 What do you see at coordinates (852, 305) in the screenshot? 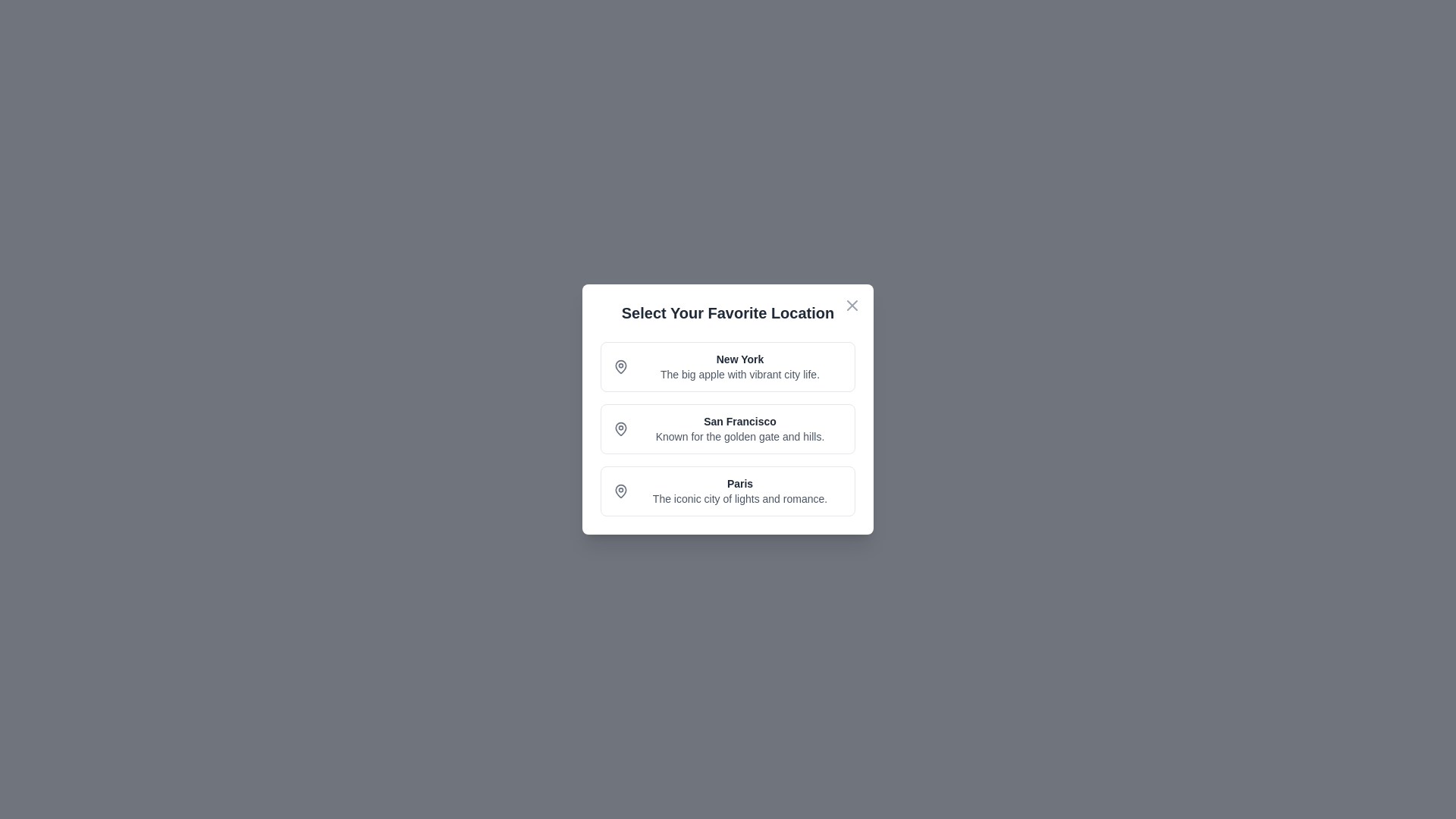
I see `the close button located at the top-right corner of the dialog box` at bounding box center [852, 305].